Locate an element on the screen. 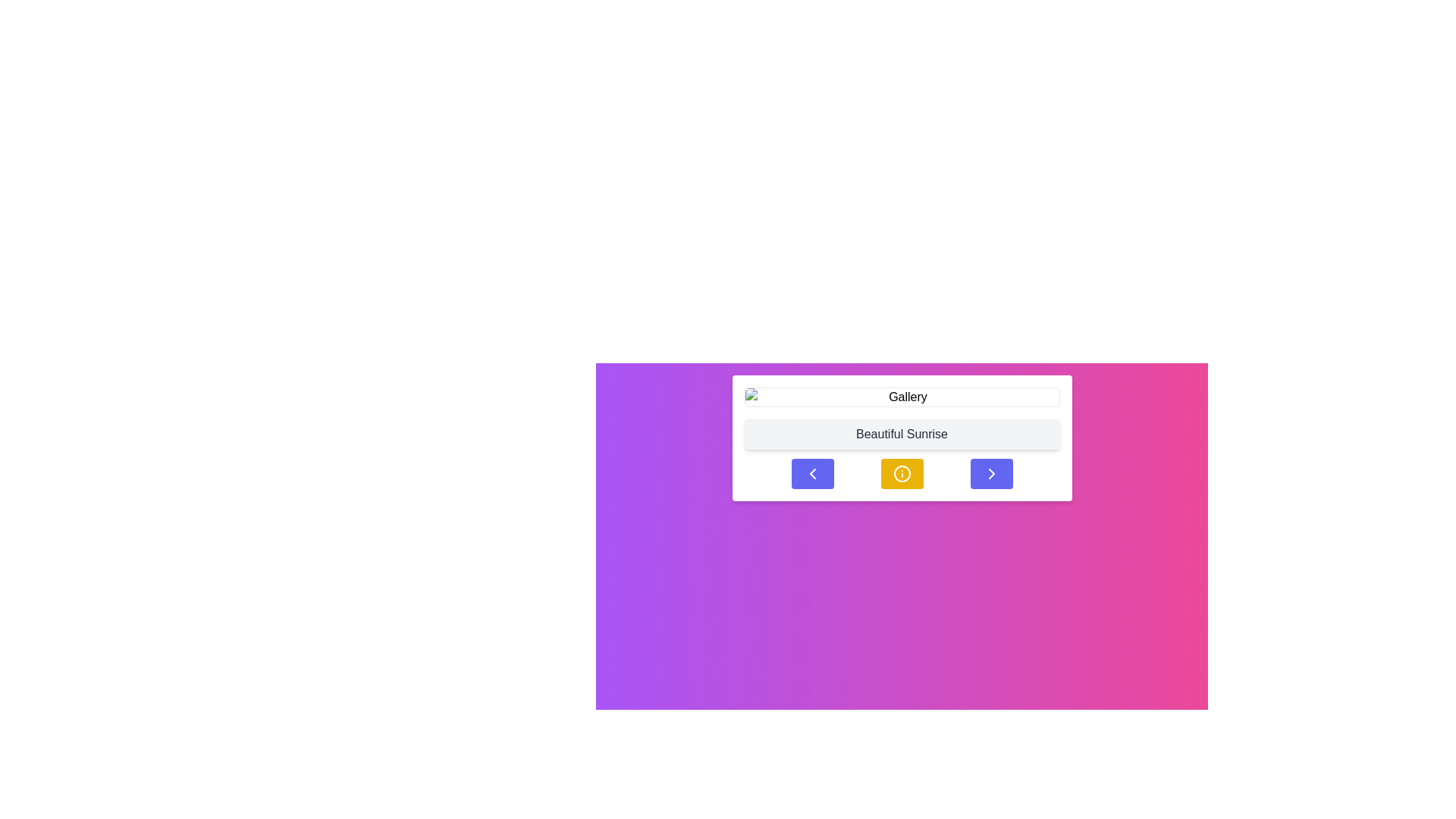  the informational icon embedded within the yellow button located at the bottom of the gallery interface is located at coordinates (902, 472).